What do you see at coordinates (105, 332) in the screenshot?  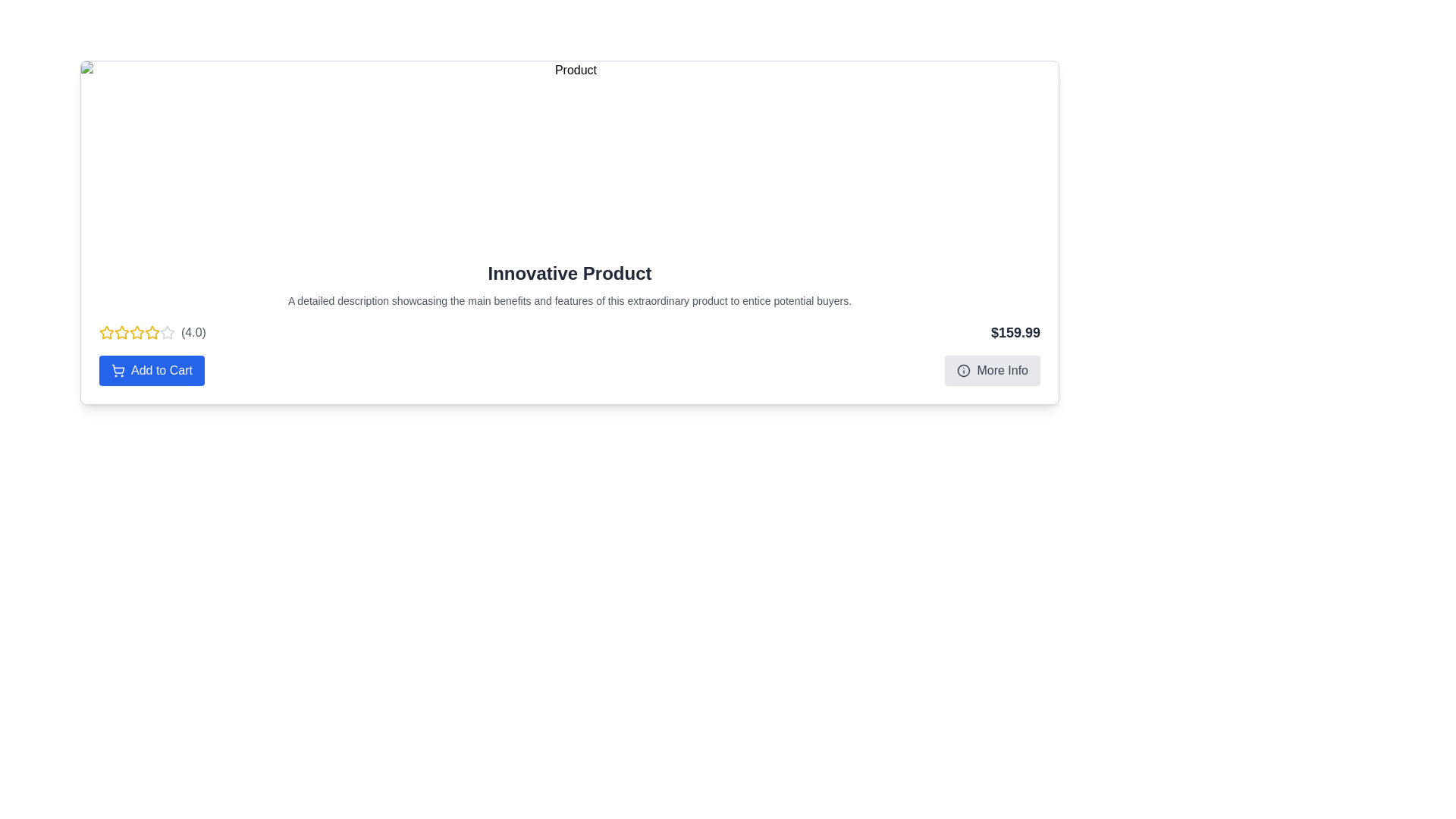 I see `the rating representation by clicking on the leftmost yellow star icon in the five-star rating system positioned below the product title` at bounding box center [105, 332].